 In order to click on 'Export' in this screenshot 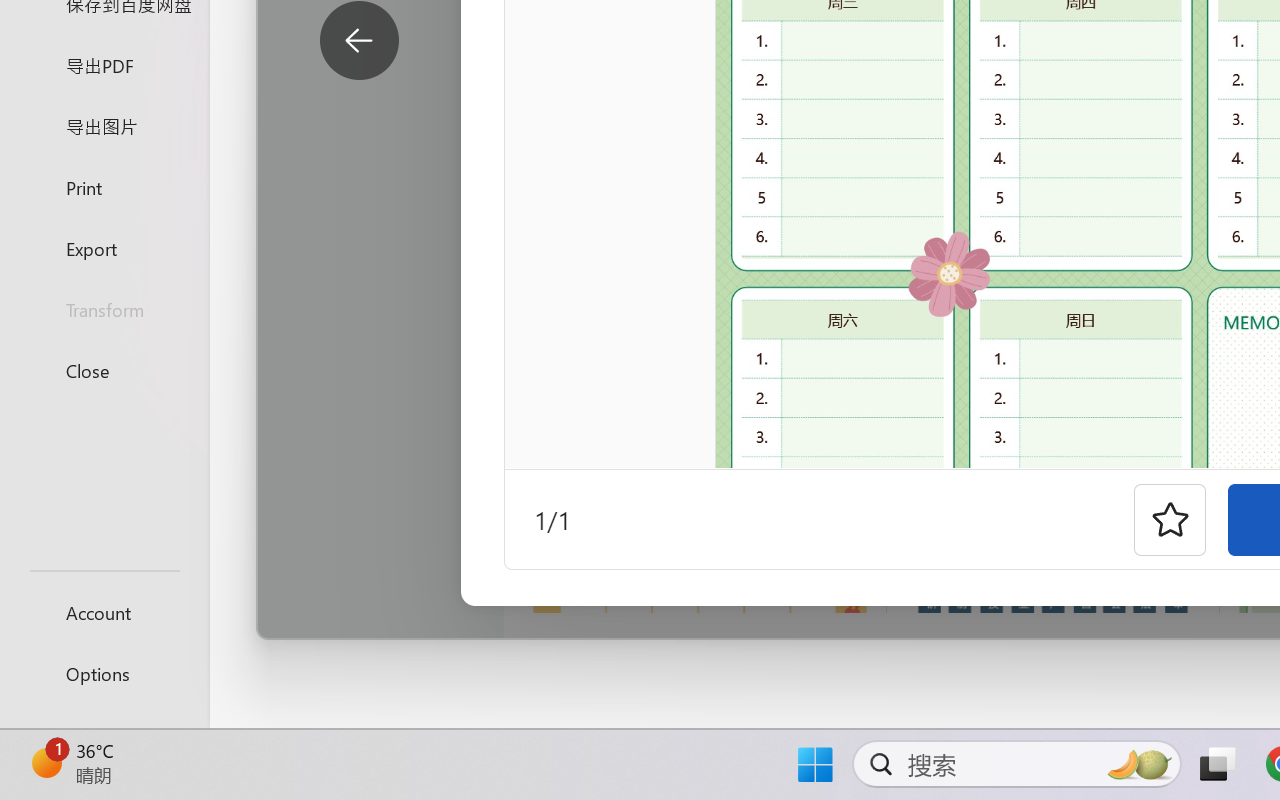, I will do `click(103, 247)`.